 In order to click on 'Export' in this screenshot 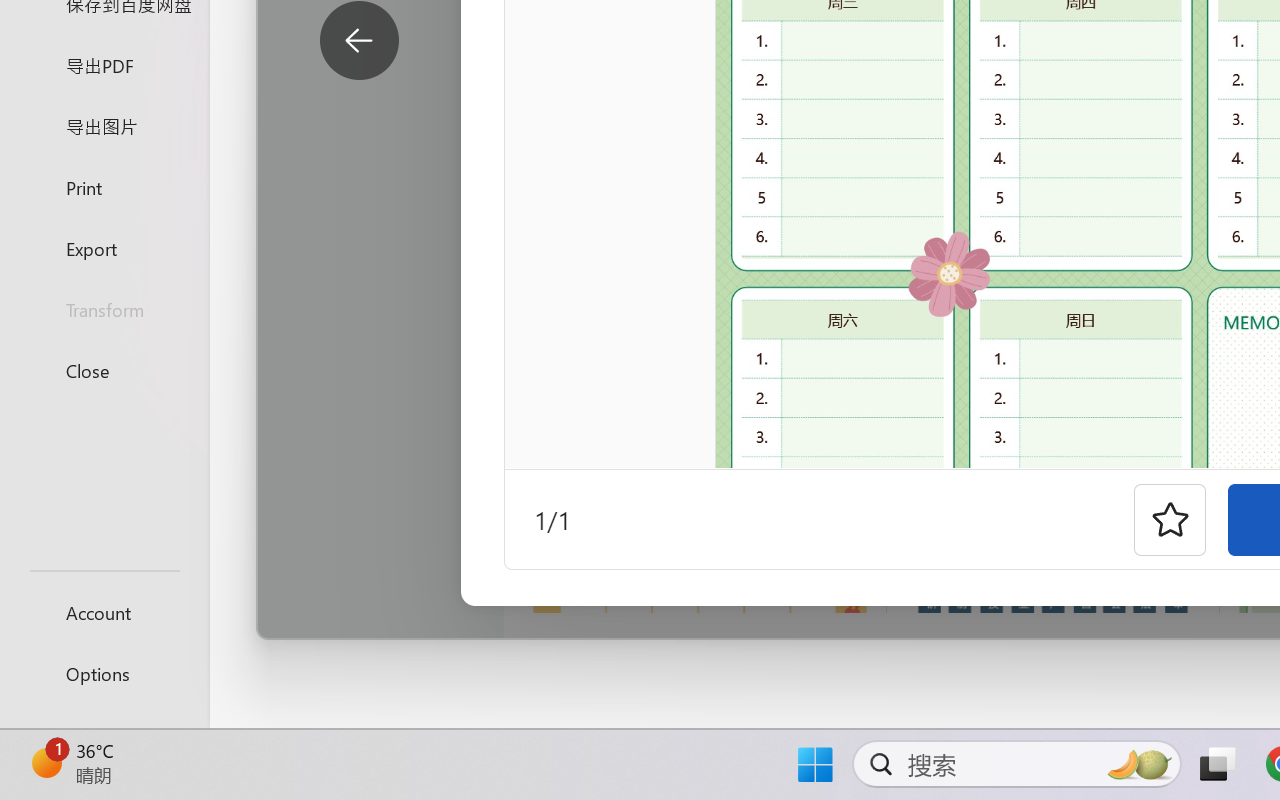, I will do `click(103, 247)`.